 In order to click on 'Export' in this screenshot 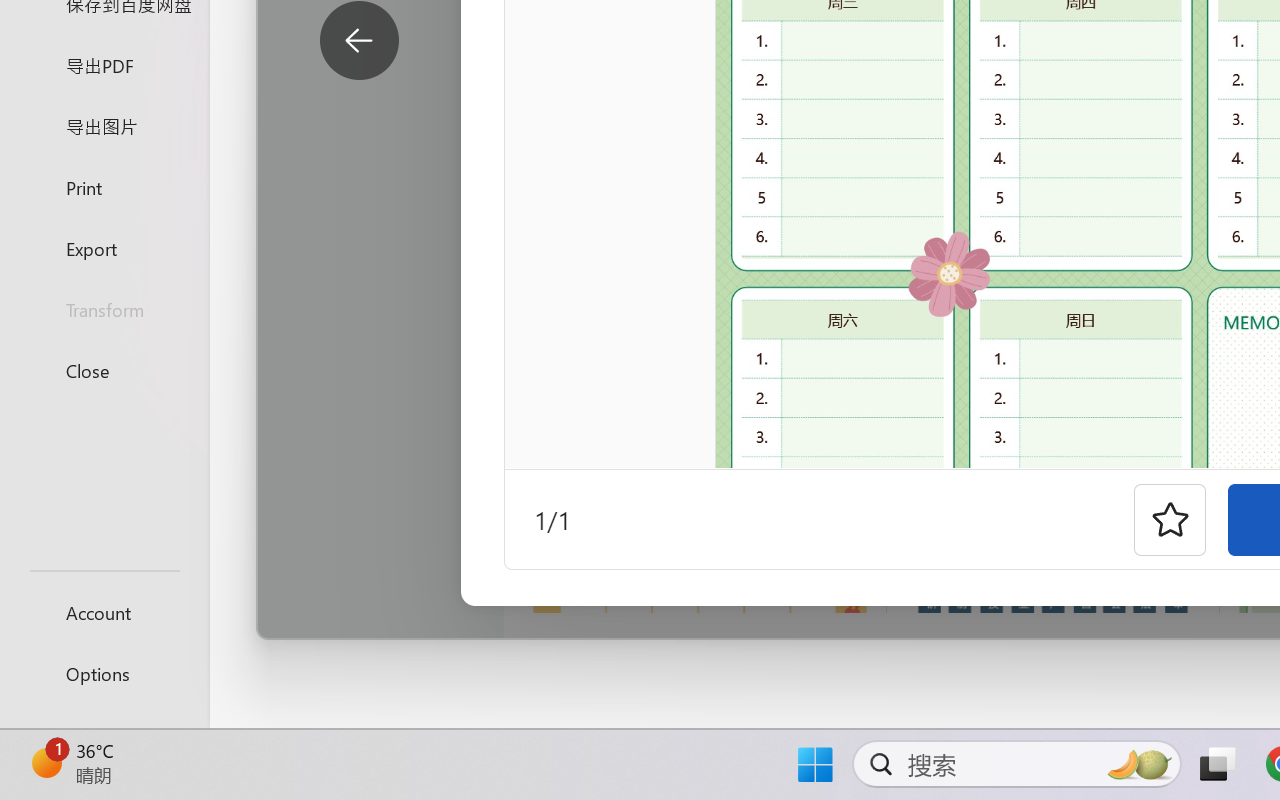, I will do `click(103, 247)`.